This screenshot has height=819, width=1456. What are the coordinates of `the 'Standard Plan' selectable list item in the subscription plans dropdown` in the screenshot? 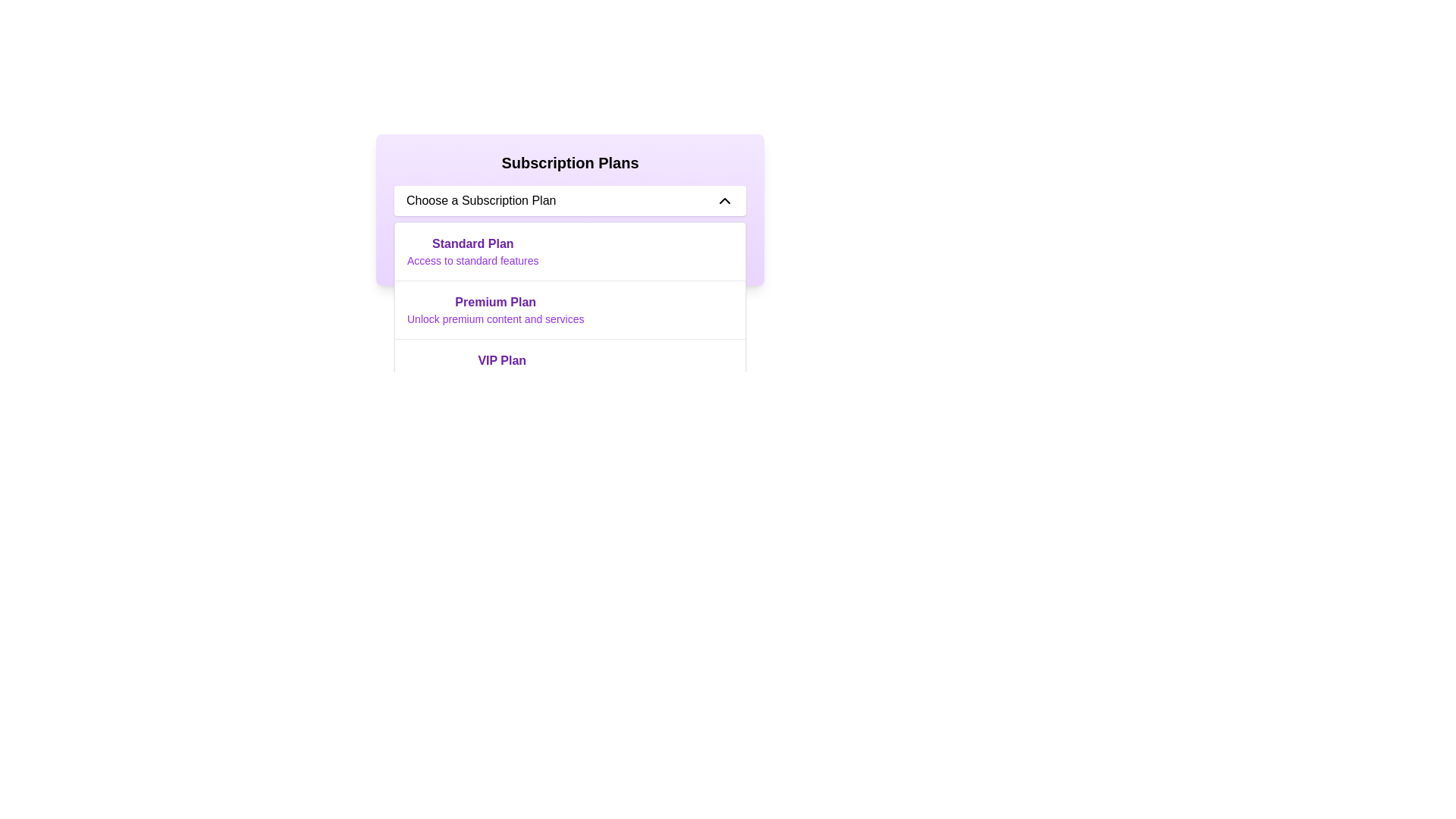 It's located at (472, 250).